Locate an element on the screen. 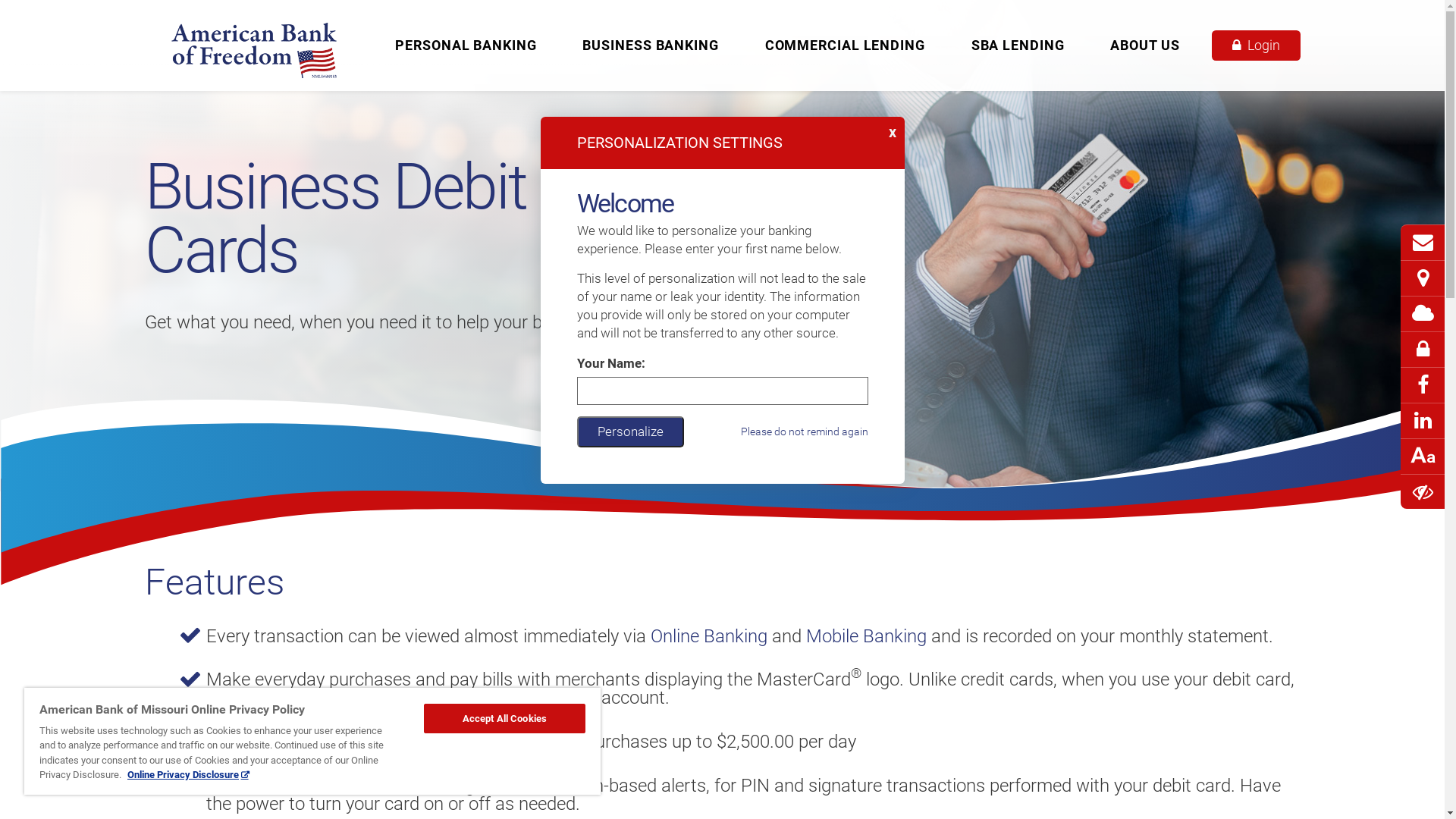 Image resolution: width=1456 pixels, height=819 pixels. 'Contacts Us' is located at coordinates (1422, 242).